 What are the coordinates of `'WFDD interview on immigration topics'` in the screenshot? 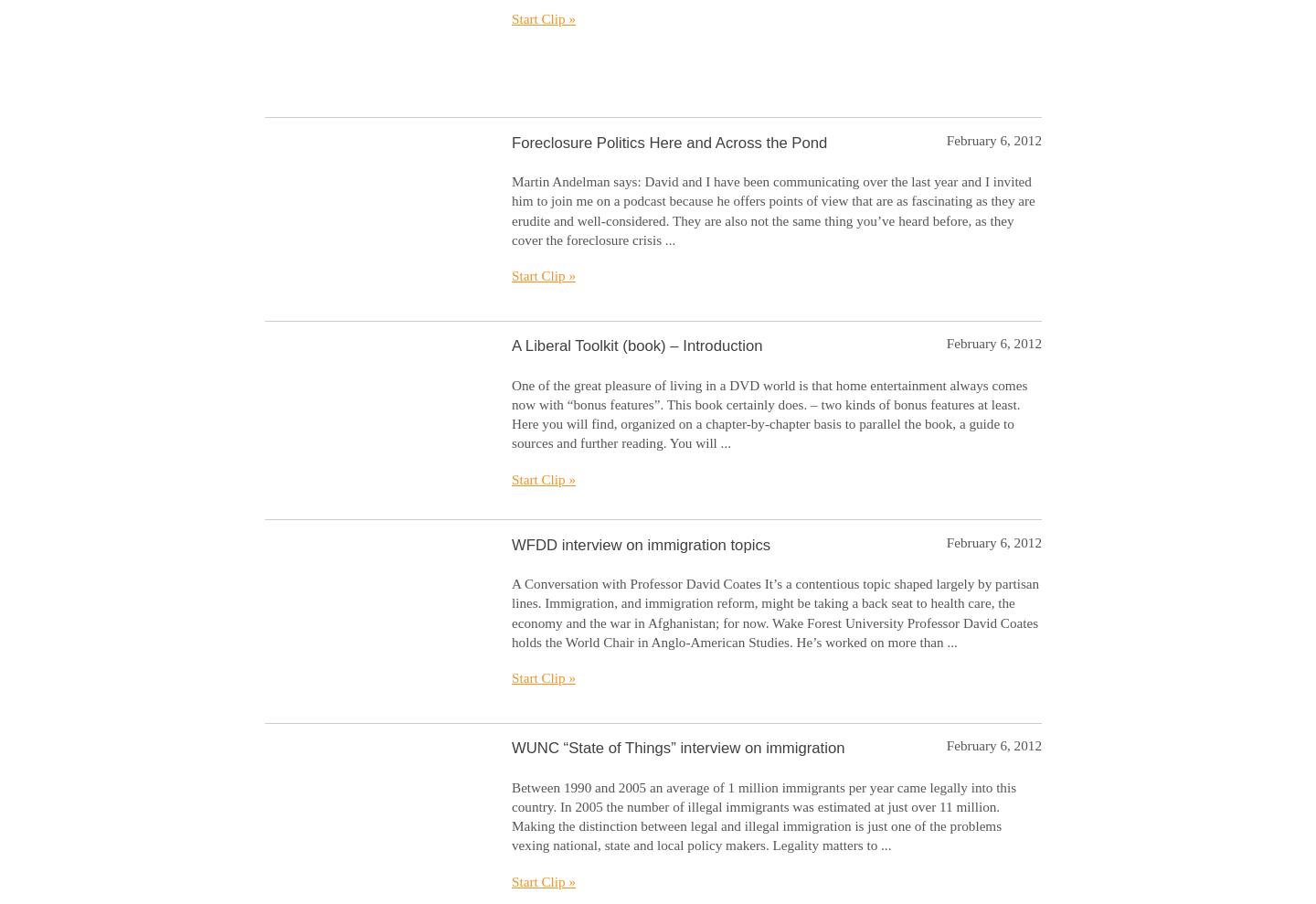 It's located at (512, 543).